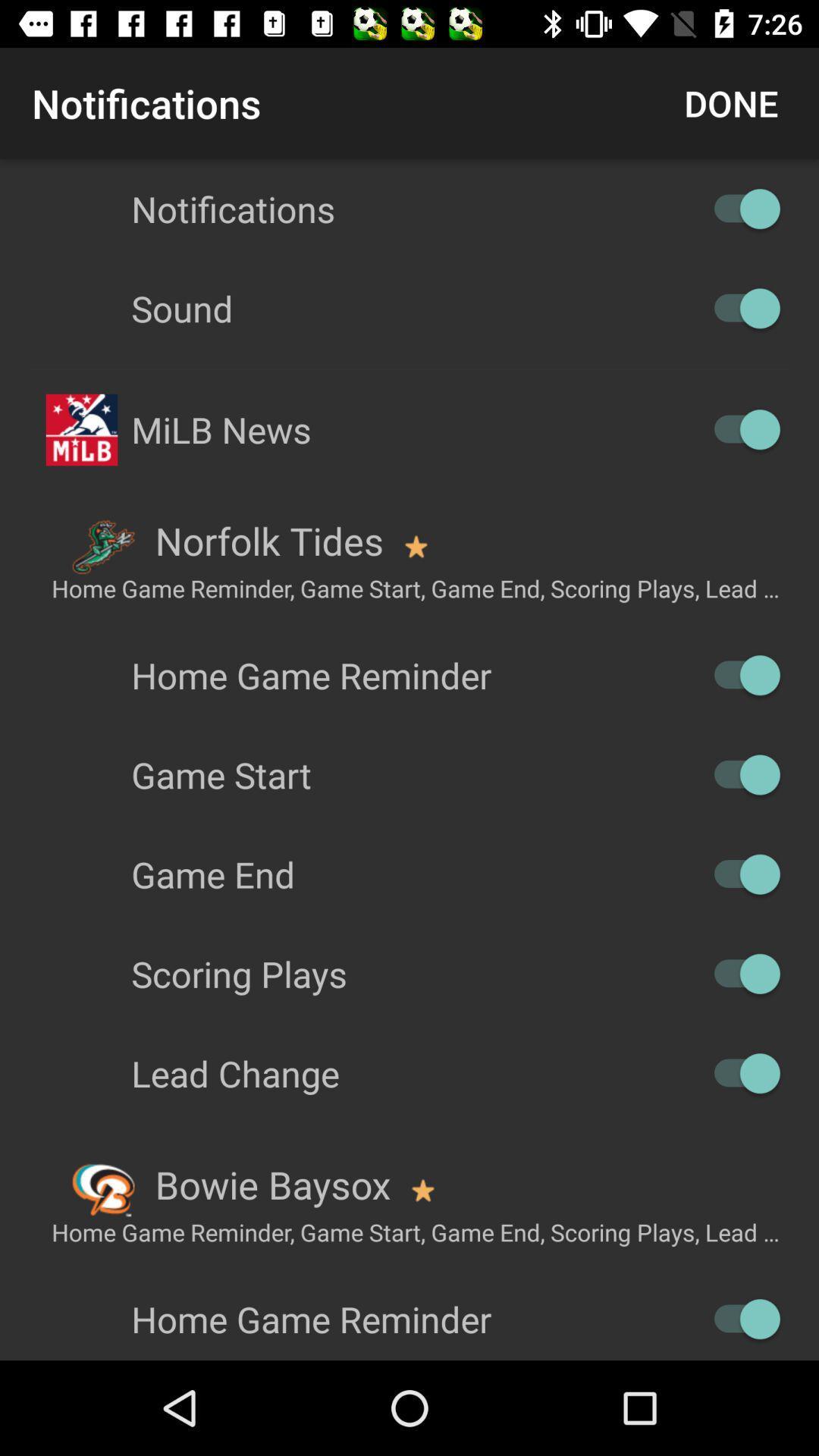 This screenshot has width=819, height=1456. What do you see at coordinates (739, 674) in the screenshot?
I see `activate home game reminder` at bounding box center [739, 674].